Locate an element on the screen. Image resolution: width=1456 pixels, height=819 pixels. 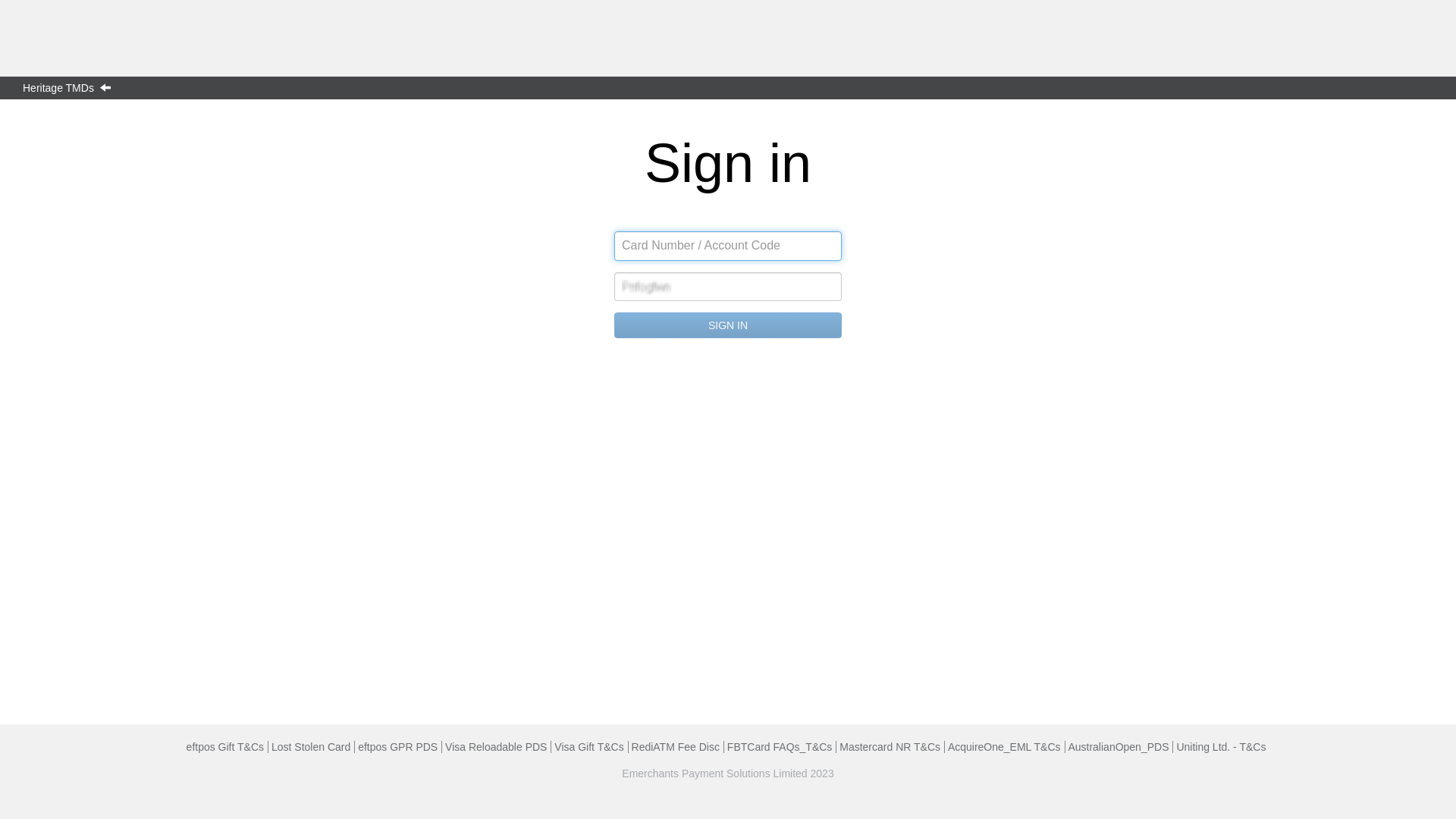
'Lost Stolen Card' is located at coordinates (271, 745).